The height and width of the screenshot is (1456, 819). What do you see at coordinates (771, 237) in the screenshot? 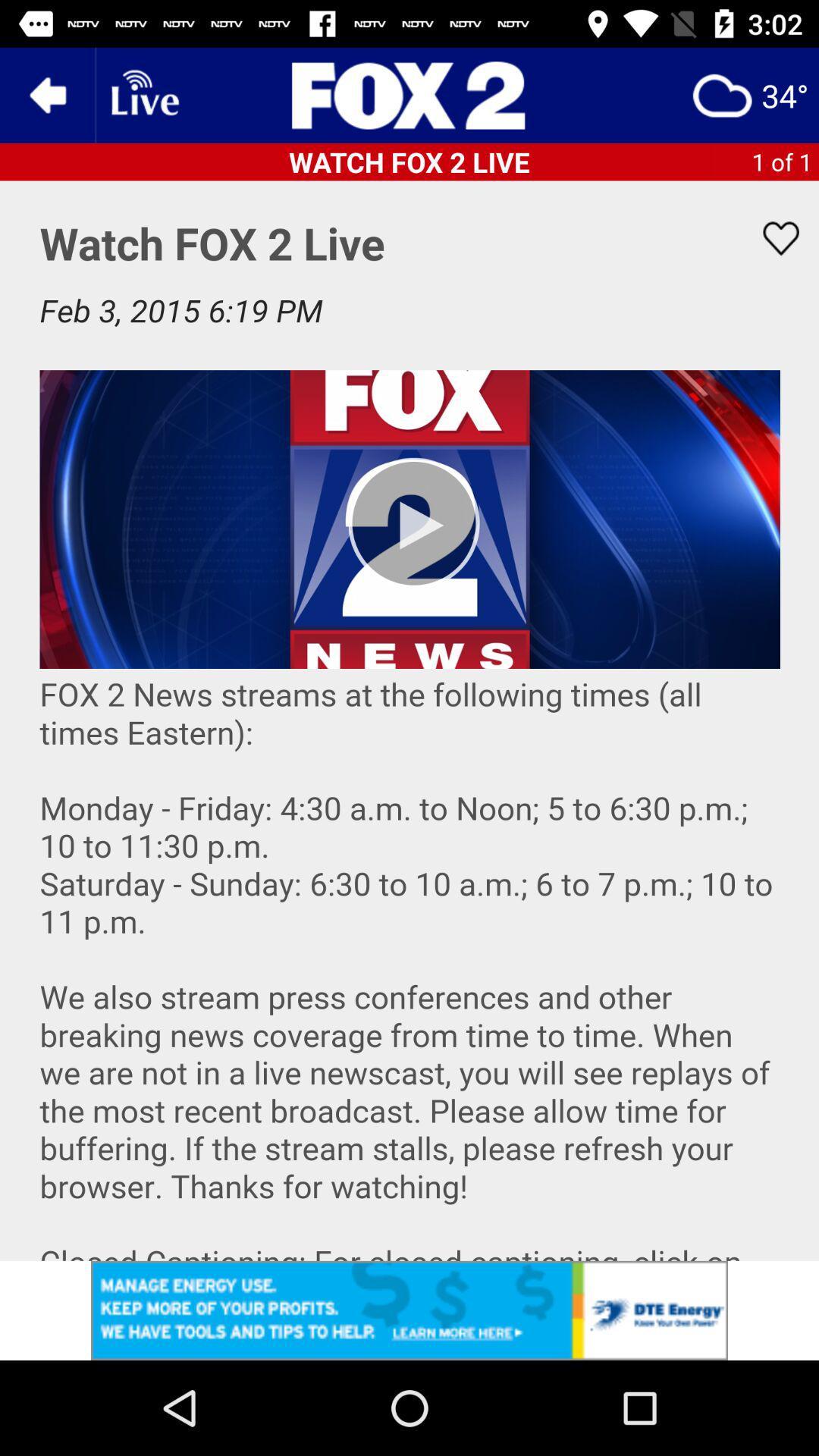
I see `the favorite icon` at bounding box center [771, 237].